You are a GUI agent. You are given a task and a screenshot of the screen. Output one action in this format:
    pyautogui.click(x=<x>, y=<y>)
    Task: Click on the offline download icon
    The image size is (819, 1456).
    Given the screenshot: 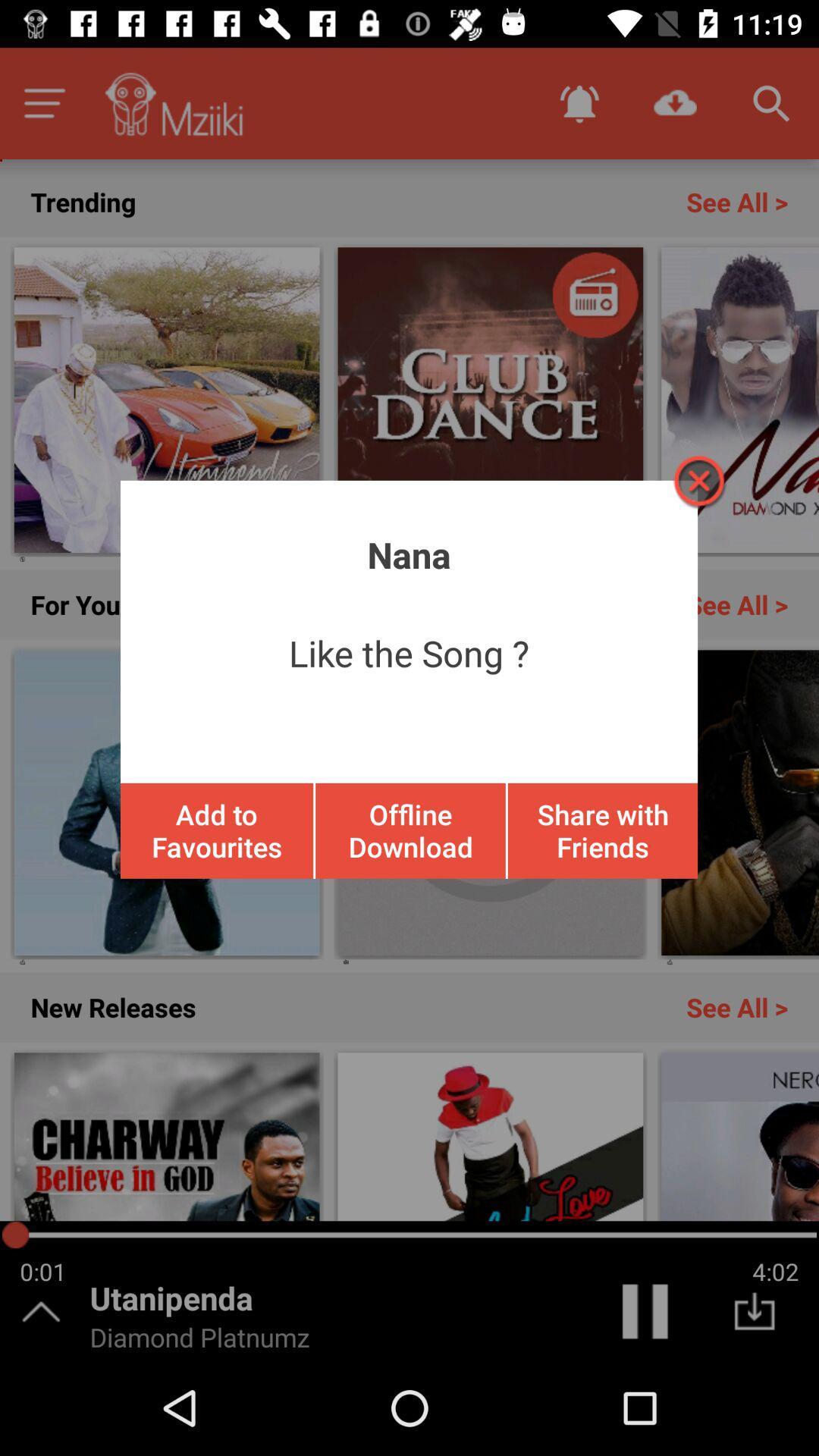 What is the action you would take?
    pyautogui.click(x=410, y=830)
    